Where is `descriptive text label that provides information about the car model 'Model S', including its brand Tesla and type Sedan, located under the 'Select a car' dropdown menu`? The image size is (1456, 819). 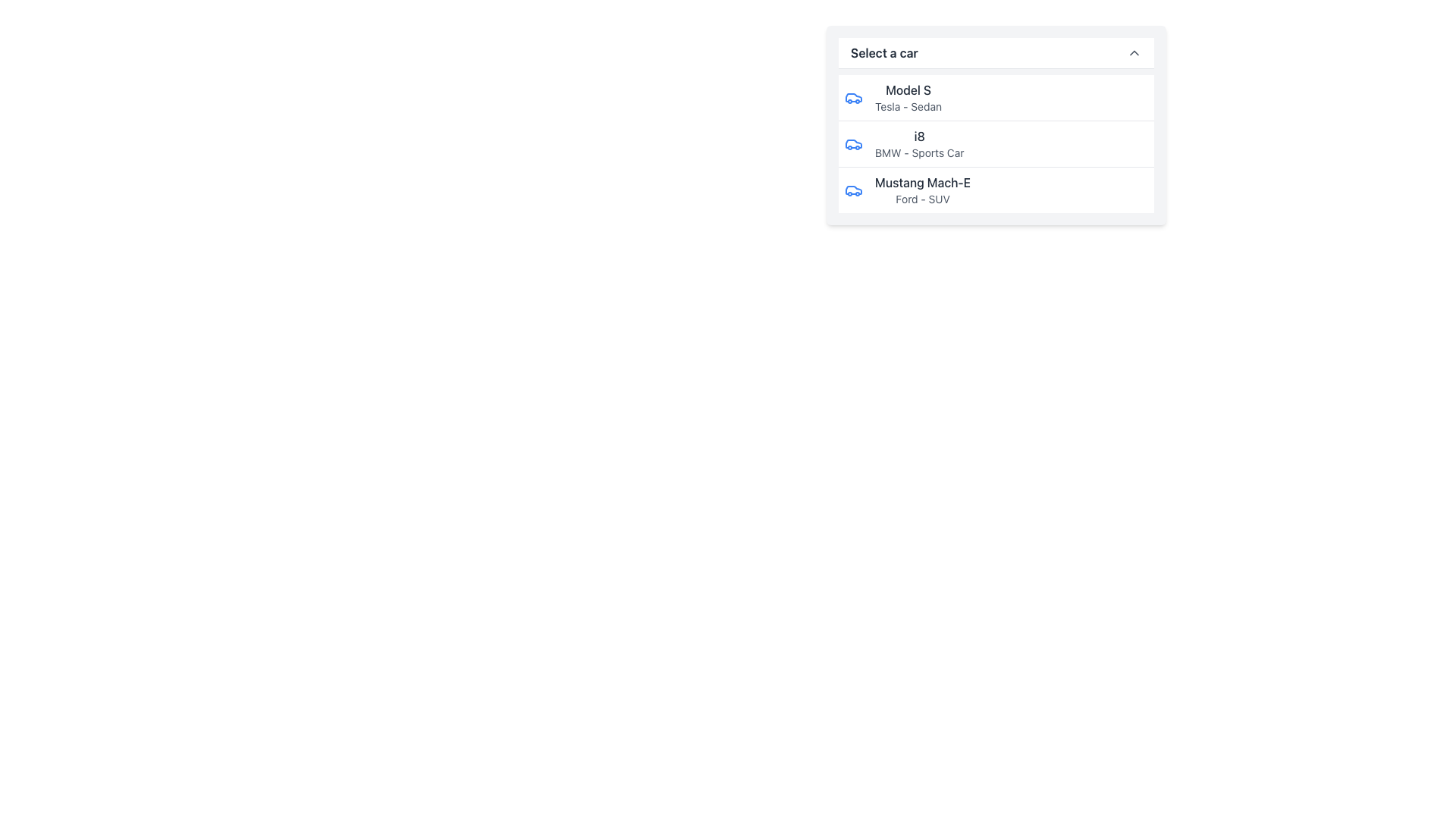
descriptive text label that provides information about the car model 'Model S', including its brand Tesla and type Sedan, located under the 'Select a car' dropdown menu is located at coordinates (908, 106).